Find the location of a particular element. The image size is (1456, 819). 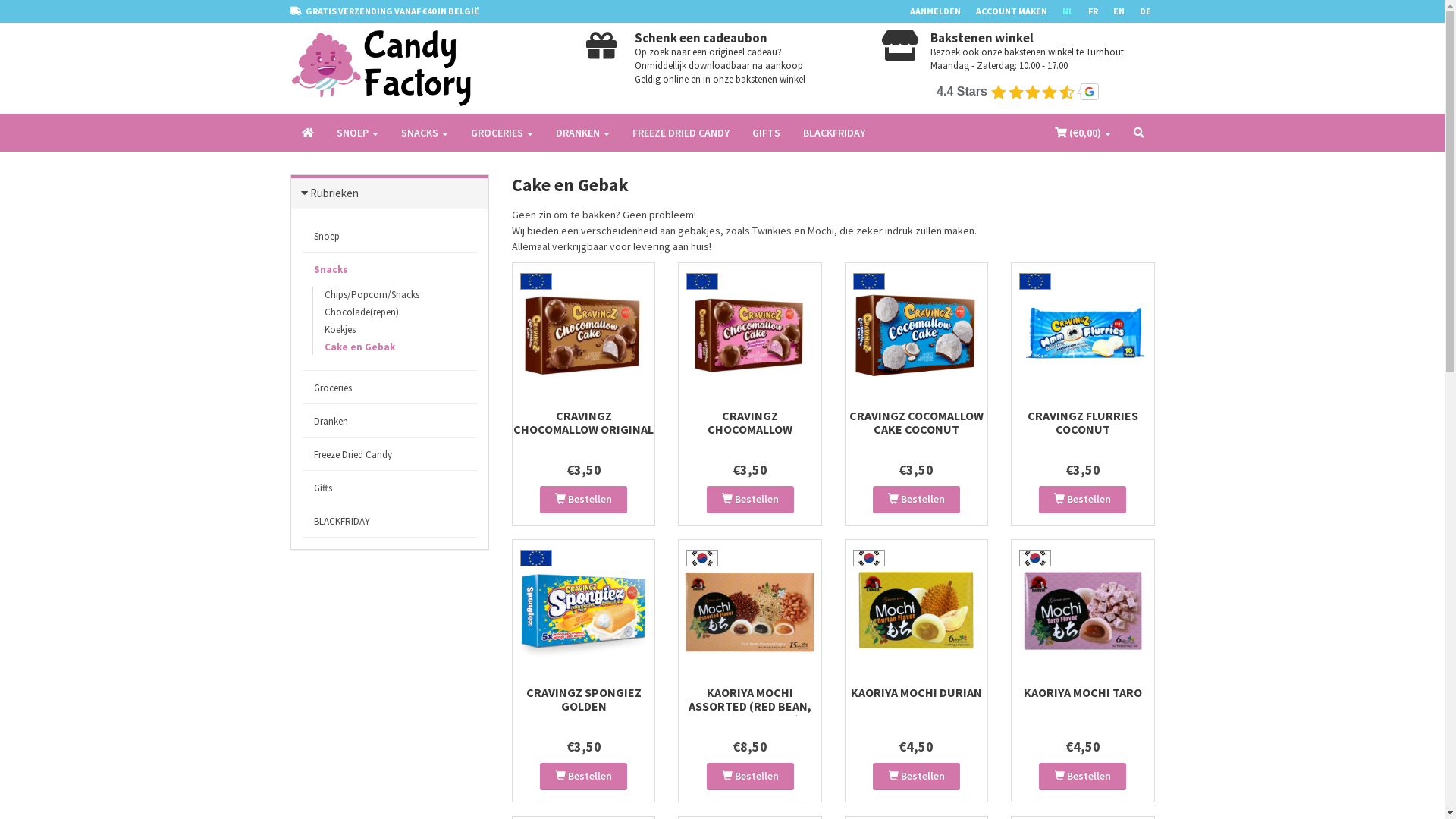

'GIFTS' is located at coordinates (765, 131).